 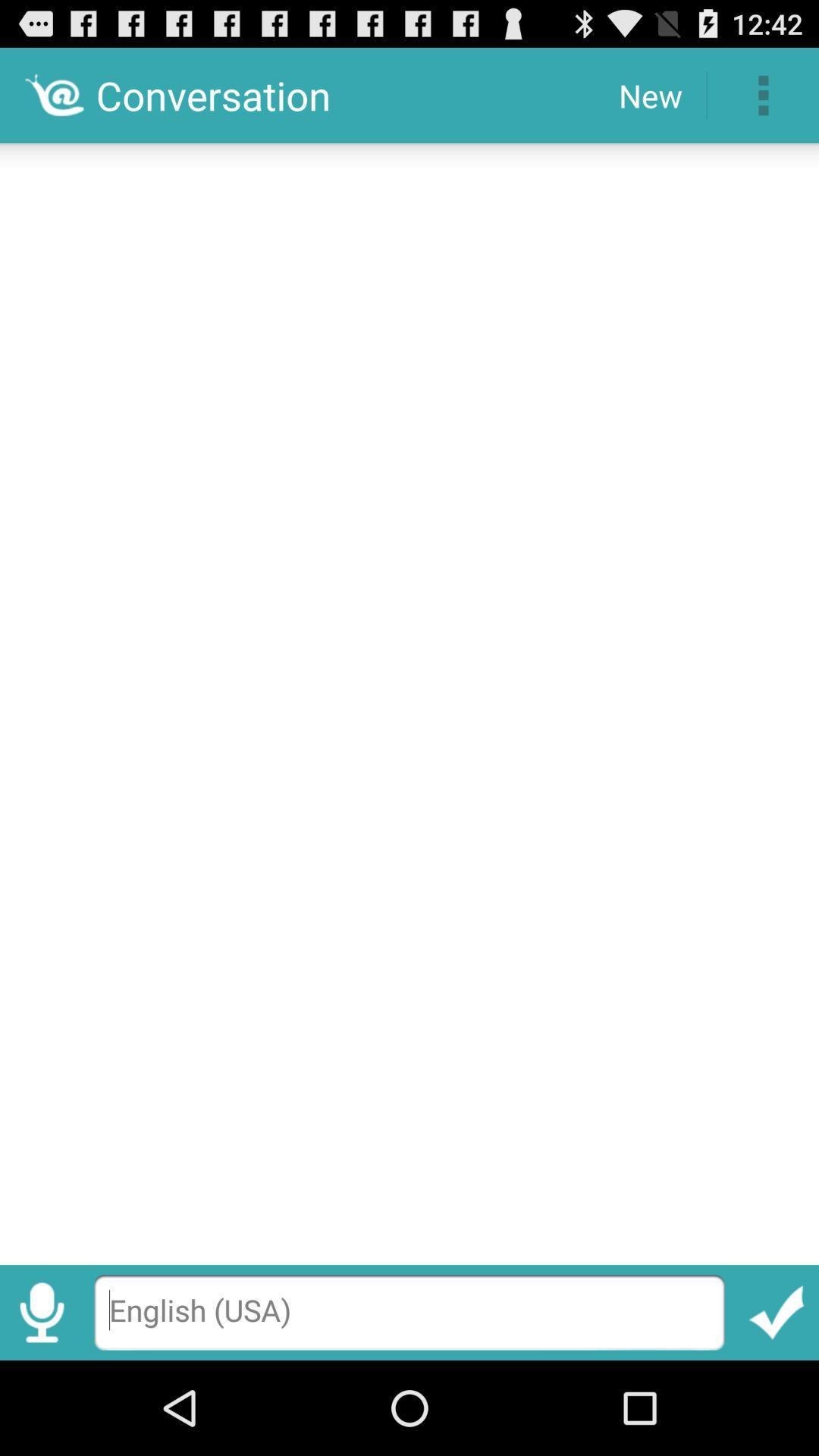 I want to click on the new, so click(x=649, y=94).